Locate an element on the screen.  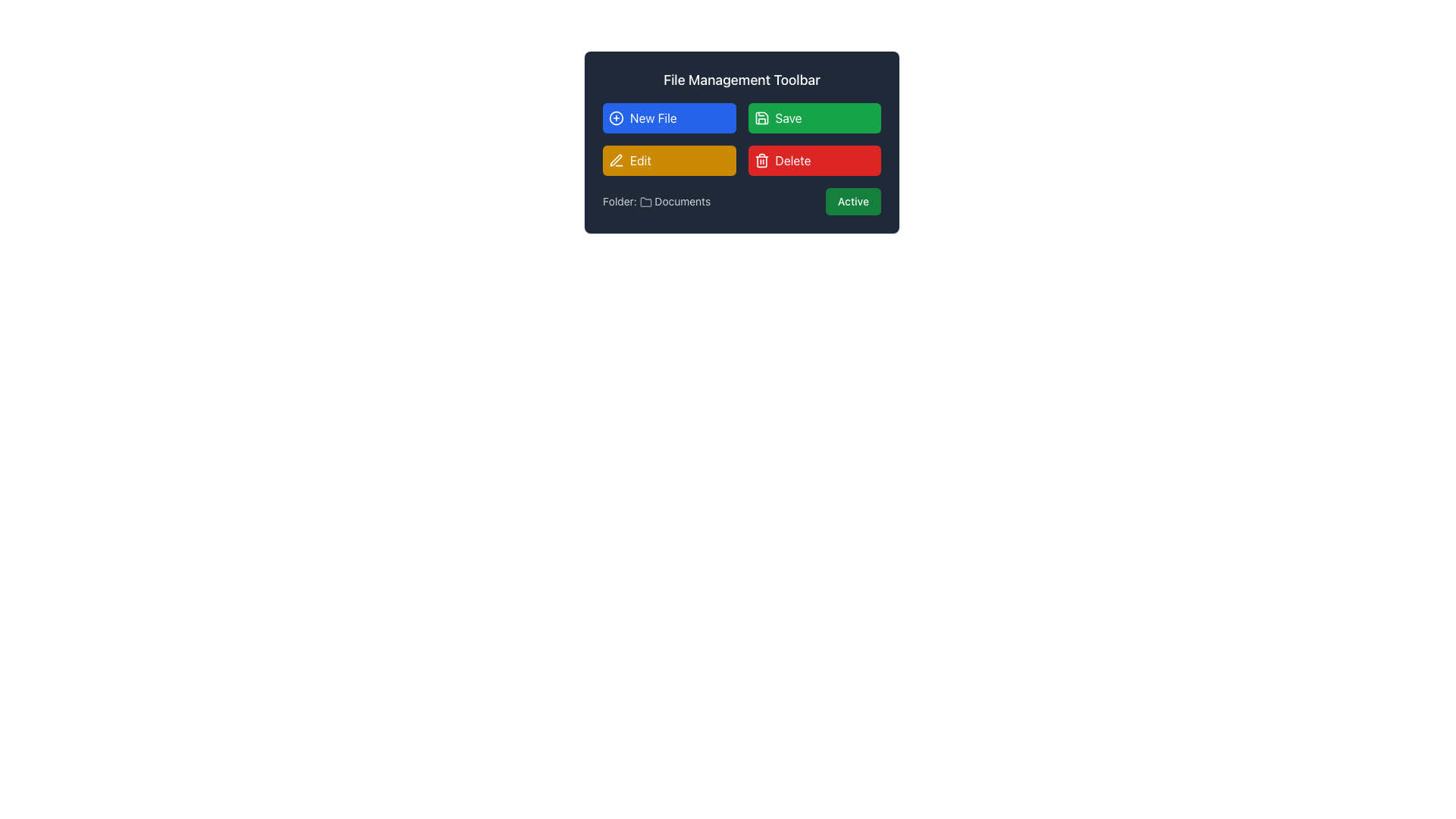
the save icon, which is the leftmost part of the 'Save' button located to the right of the 'New File' button and above the 'Delete' button in the toolbar is located at coordinates (761, 117).